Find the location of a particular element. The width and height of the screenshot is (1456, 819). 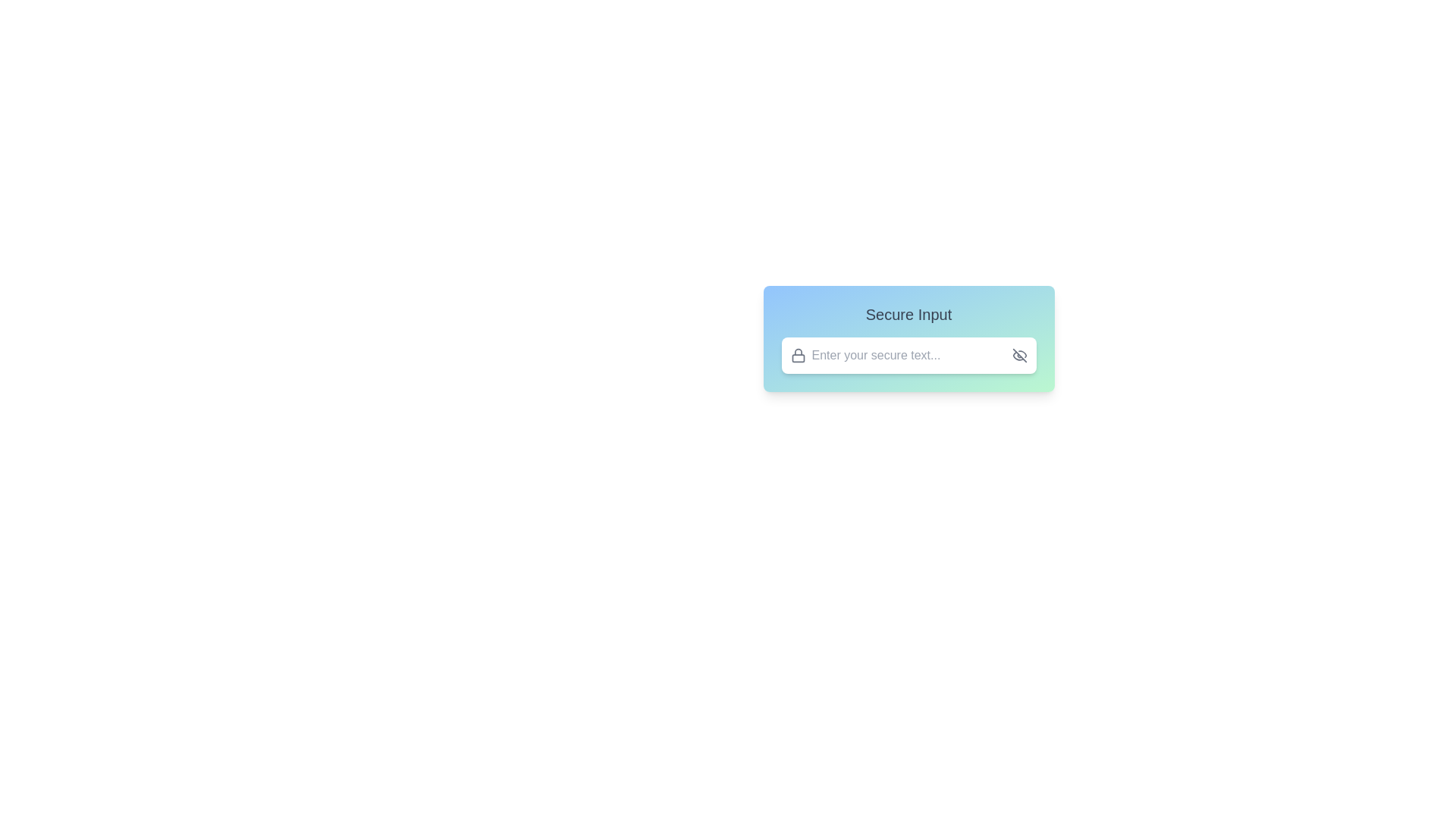

the diagonal line icon element that indicates 'hidden' or 'disabled', located to the far right within the interactive input text field area is located at coordinates (1019, 356).